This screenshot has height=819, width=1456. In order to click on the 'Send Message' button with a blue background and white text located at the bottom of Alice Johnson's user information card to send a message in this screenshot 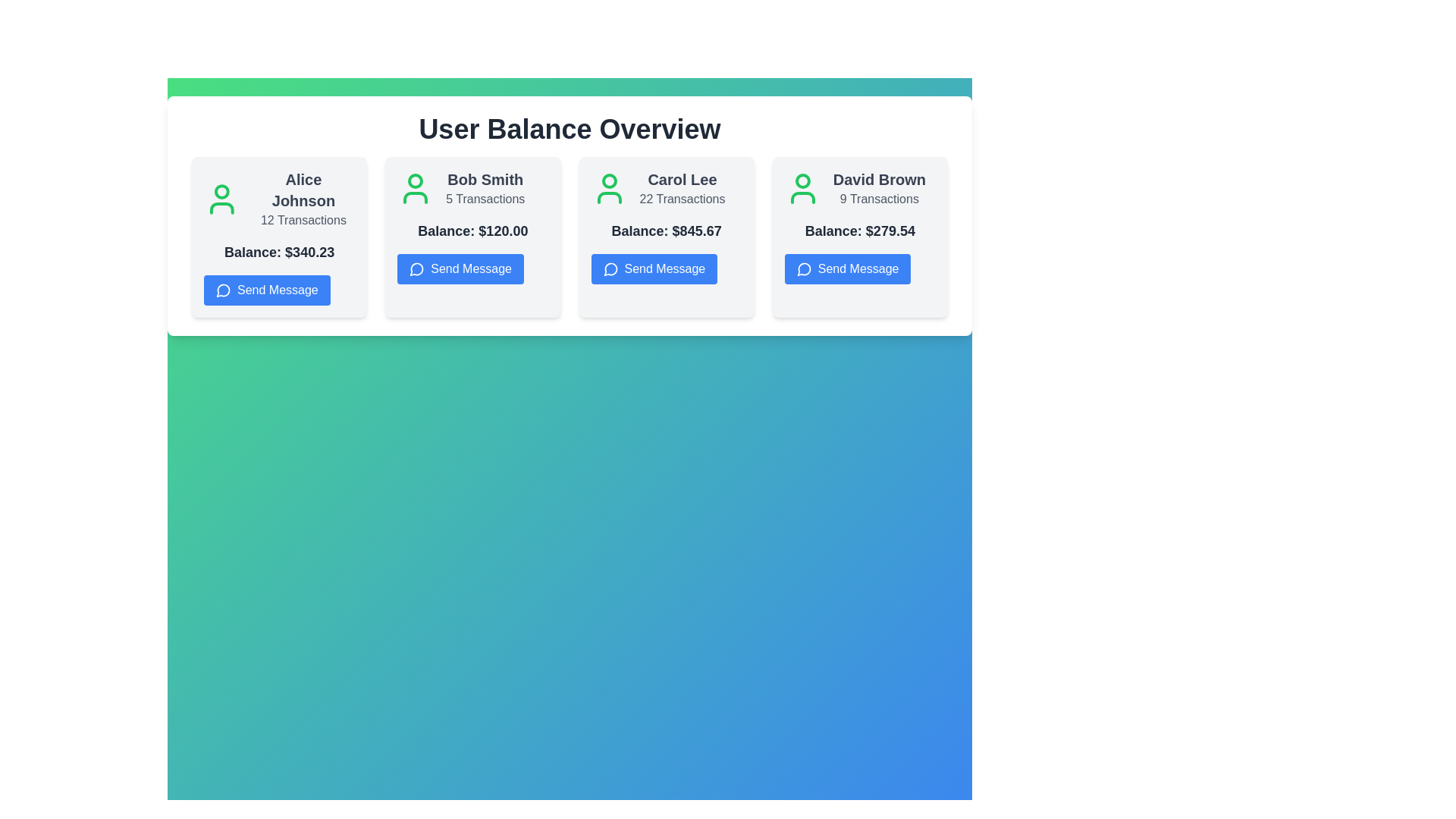, I will do `click(267, 290)`.